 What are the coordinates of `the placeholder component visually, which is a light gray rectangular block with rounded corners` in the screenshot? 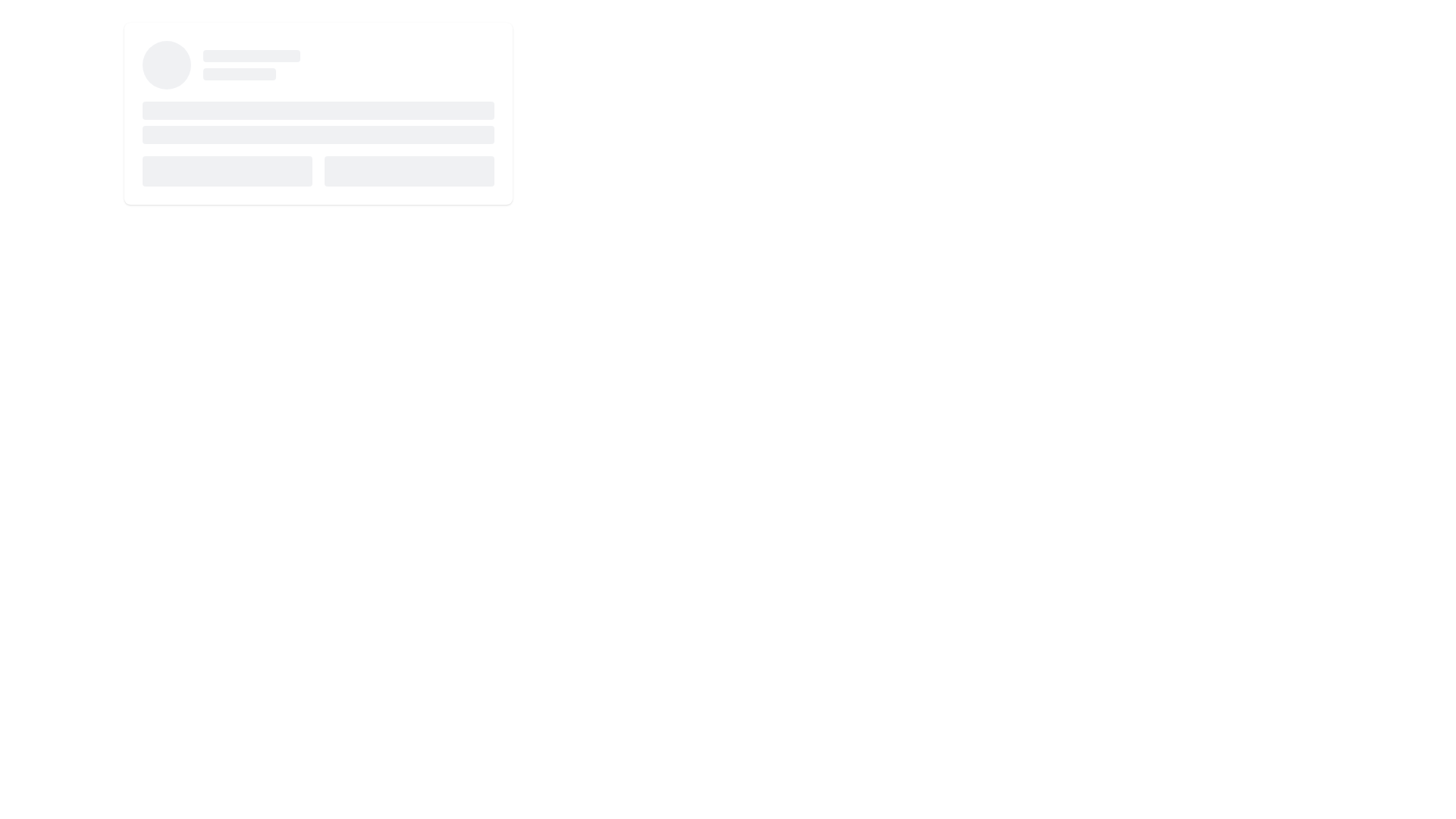 It's located at (239, 74).